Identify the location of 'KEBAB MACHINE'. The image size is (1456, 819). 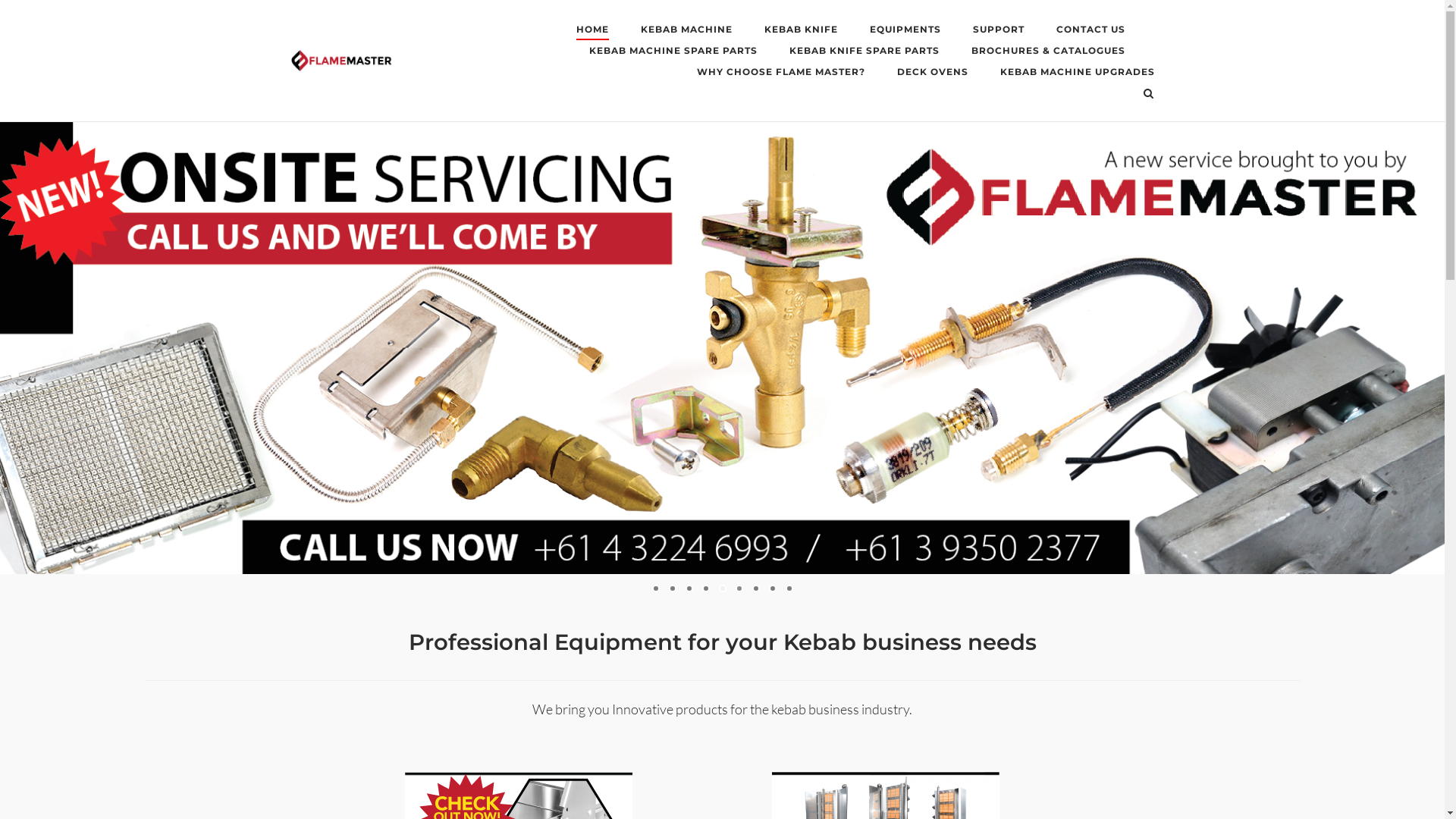
(685, 32).